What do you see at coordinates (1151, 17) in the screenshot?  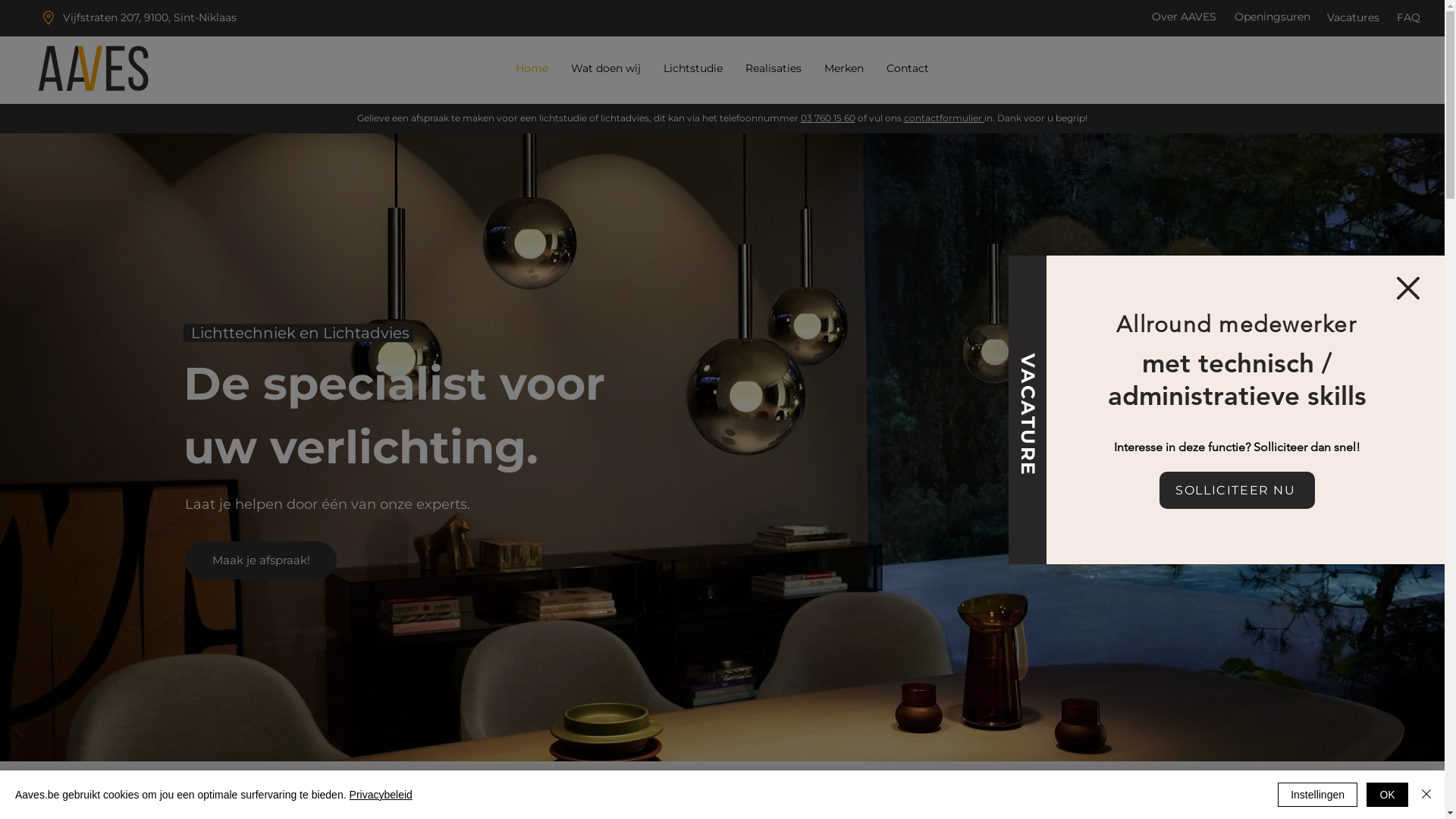 I see `'Over AAVES'` at bounding box center [1151, 17].